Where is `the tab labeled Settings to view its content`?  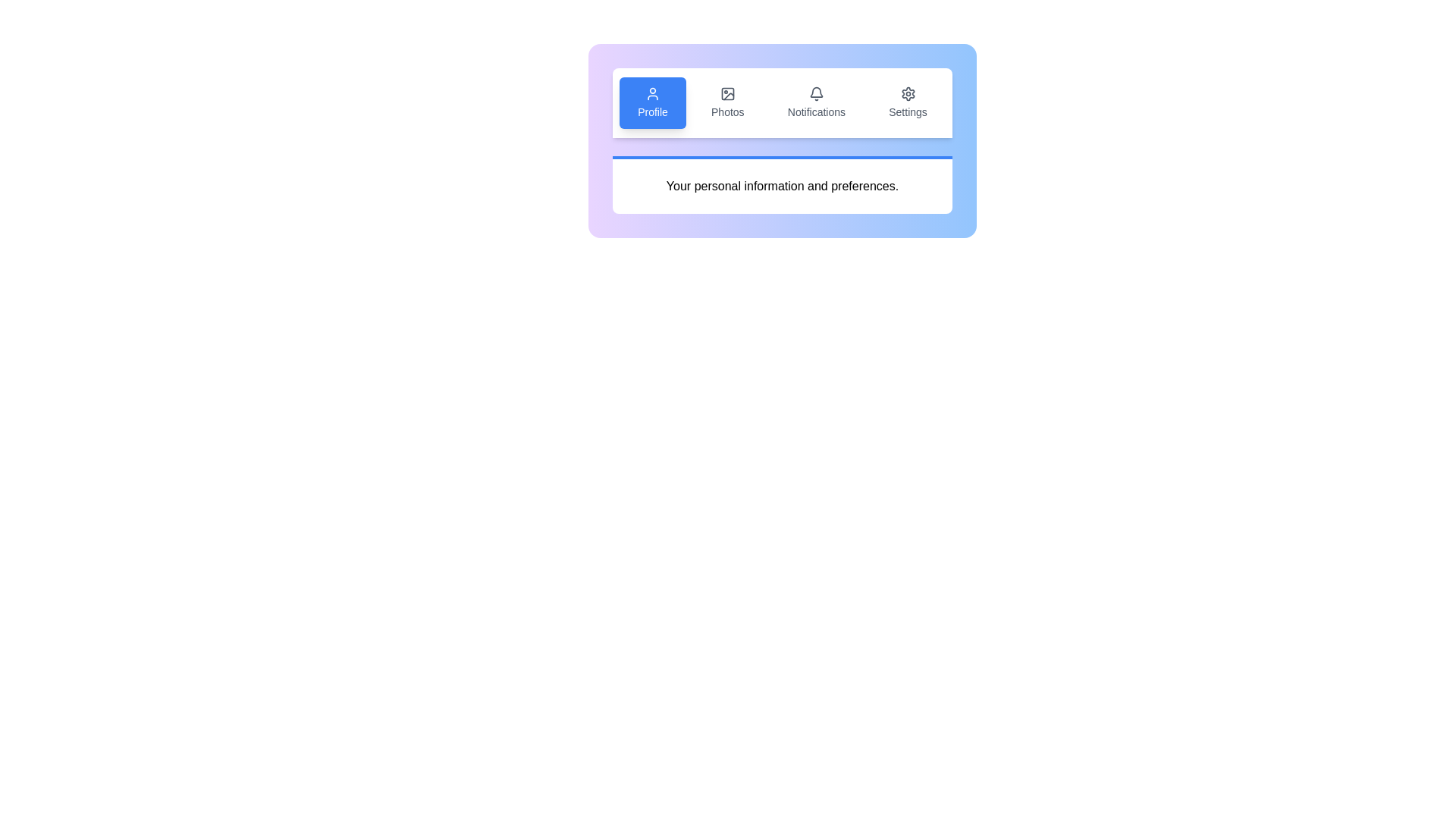 the tab labeled Settings to view its content is located at coordinates (908, 102).